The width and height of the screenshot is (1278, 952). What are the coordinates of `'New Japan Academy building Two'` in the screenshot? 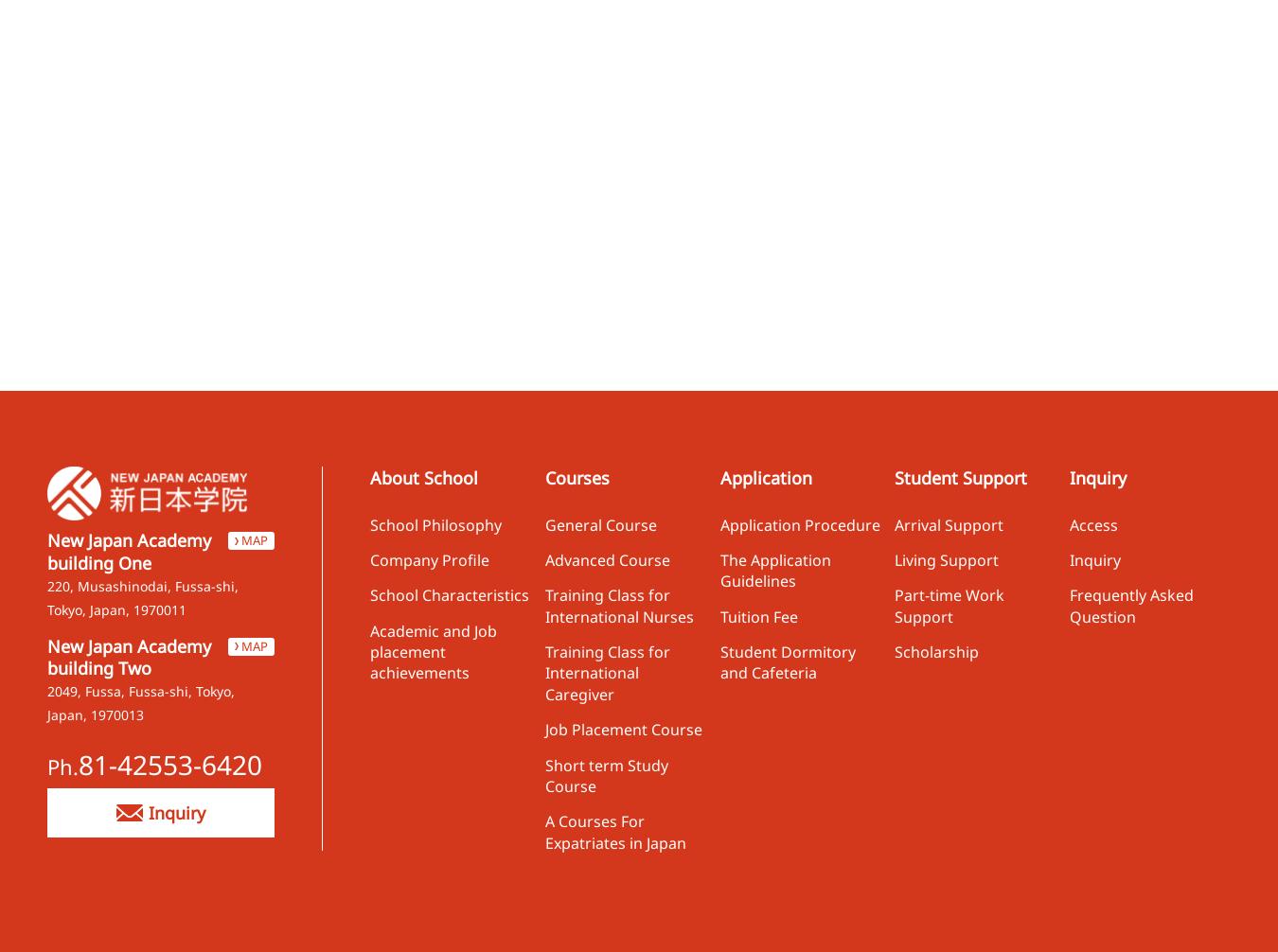 It's located at (45, 656).